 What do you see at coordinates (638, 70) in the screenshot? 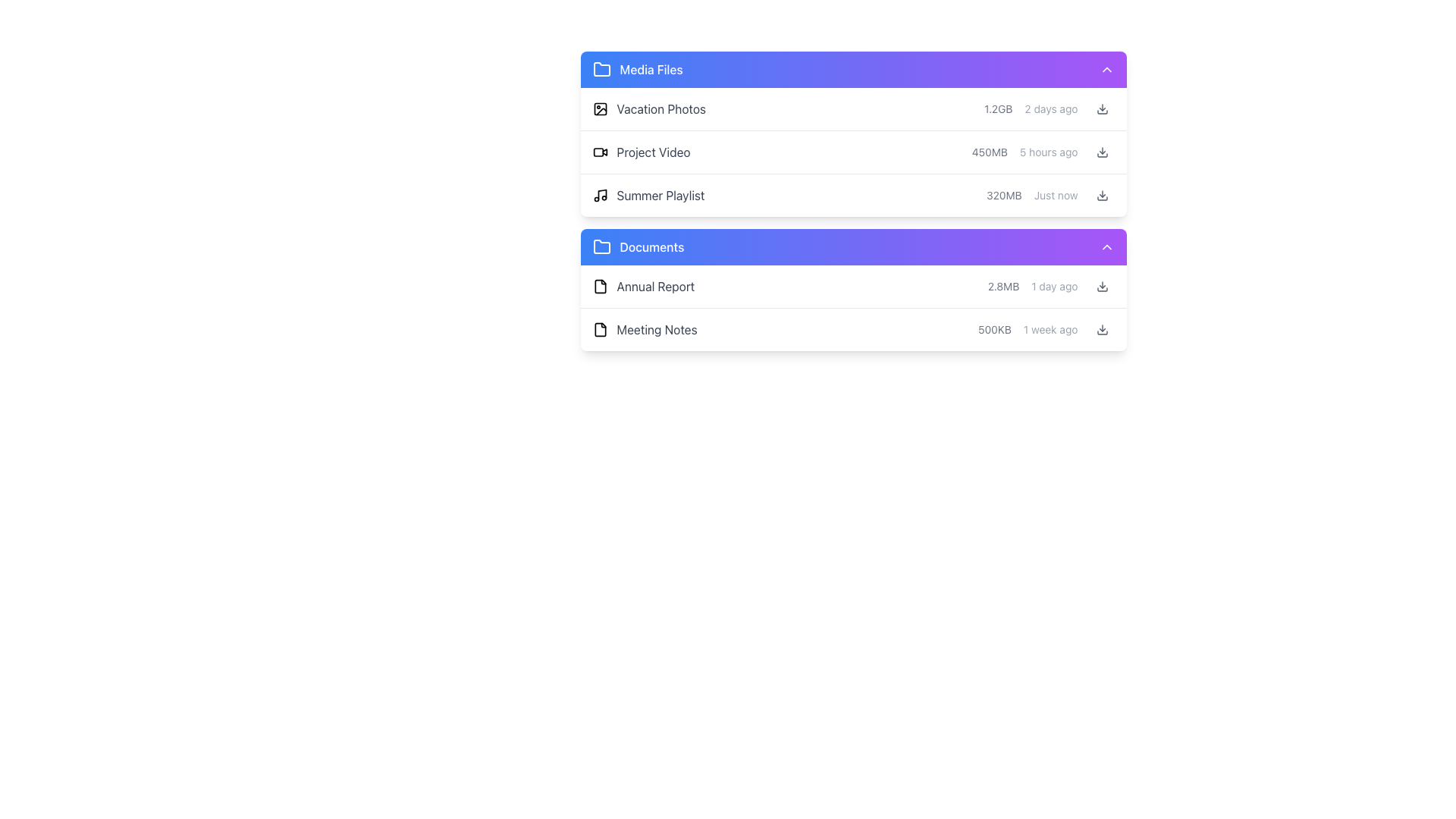
I see `the 'Media Files' label element located at the left side of the gradient header bar, adjacent to the folder icon` at bounding box center [638, 70].